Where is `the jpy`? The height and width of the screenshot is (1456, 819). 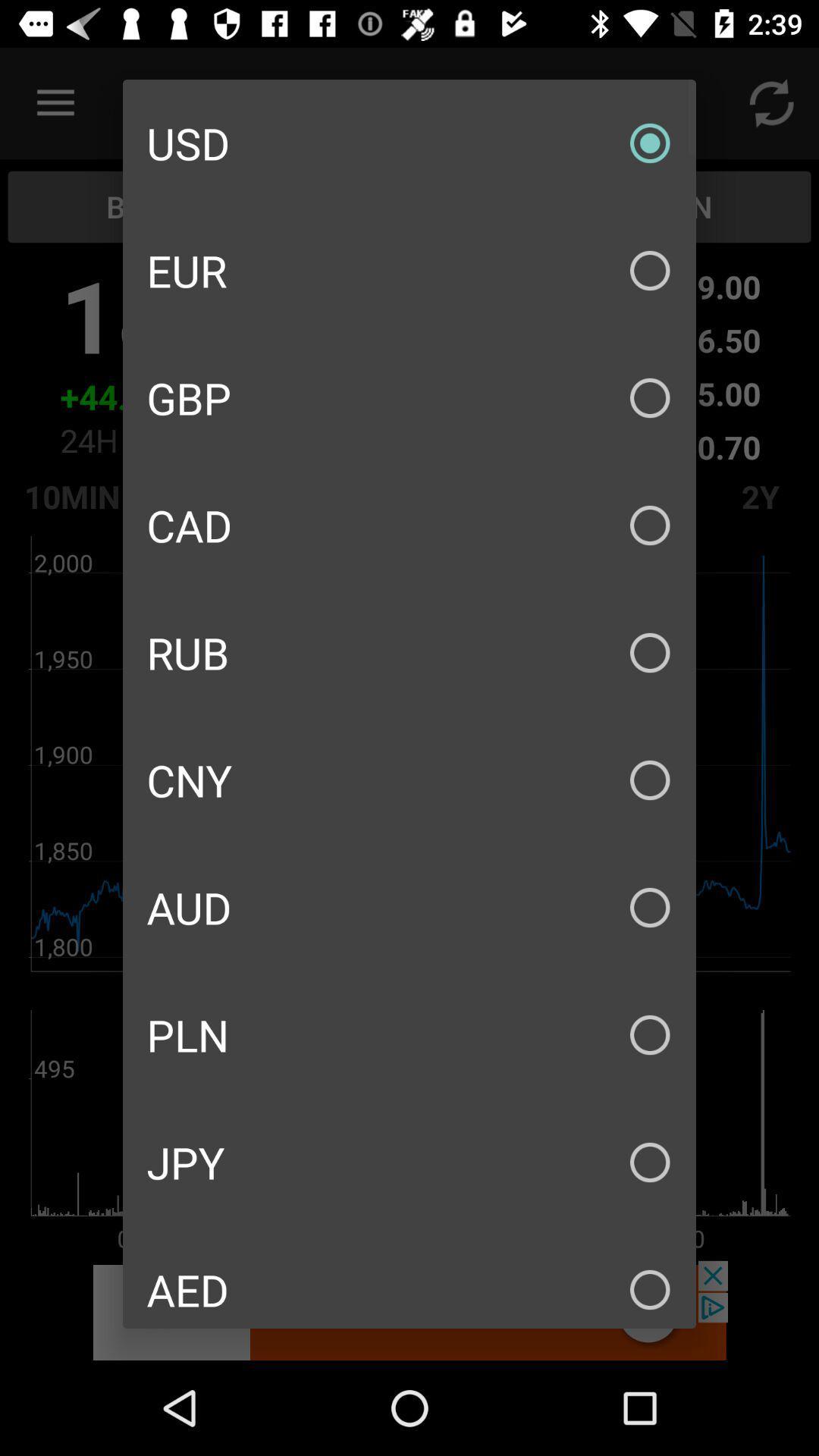
the jpy is located at coordinates (409, 1161).